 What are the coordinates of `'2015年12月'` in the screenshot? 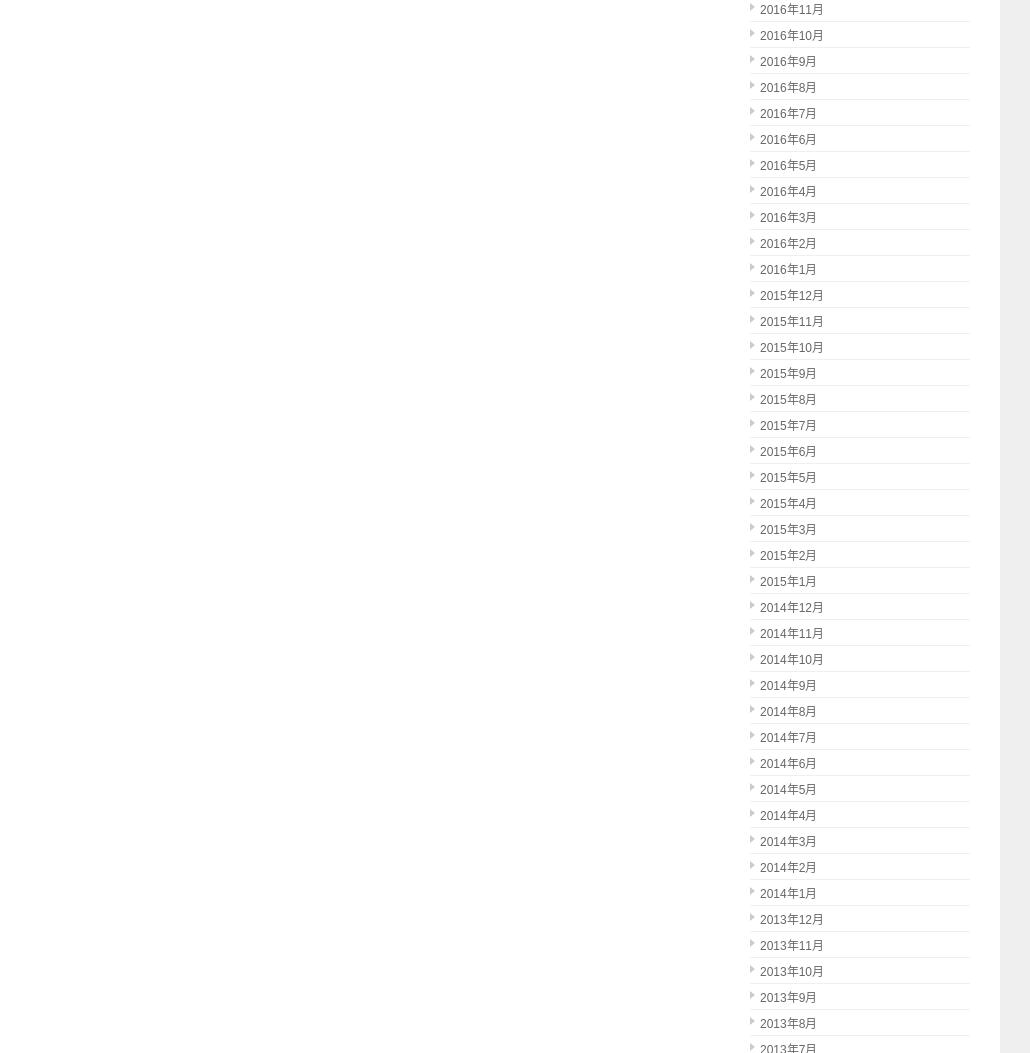 It's located at (790, 295).